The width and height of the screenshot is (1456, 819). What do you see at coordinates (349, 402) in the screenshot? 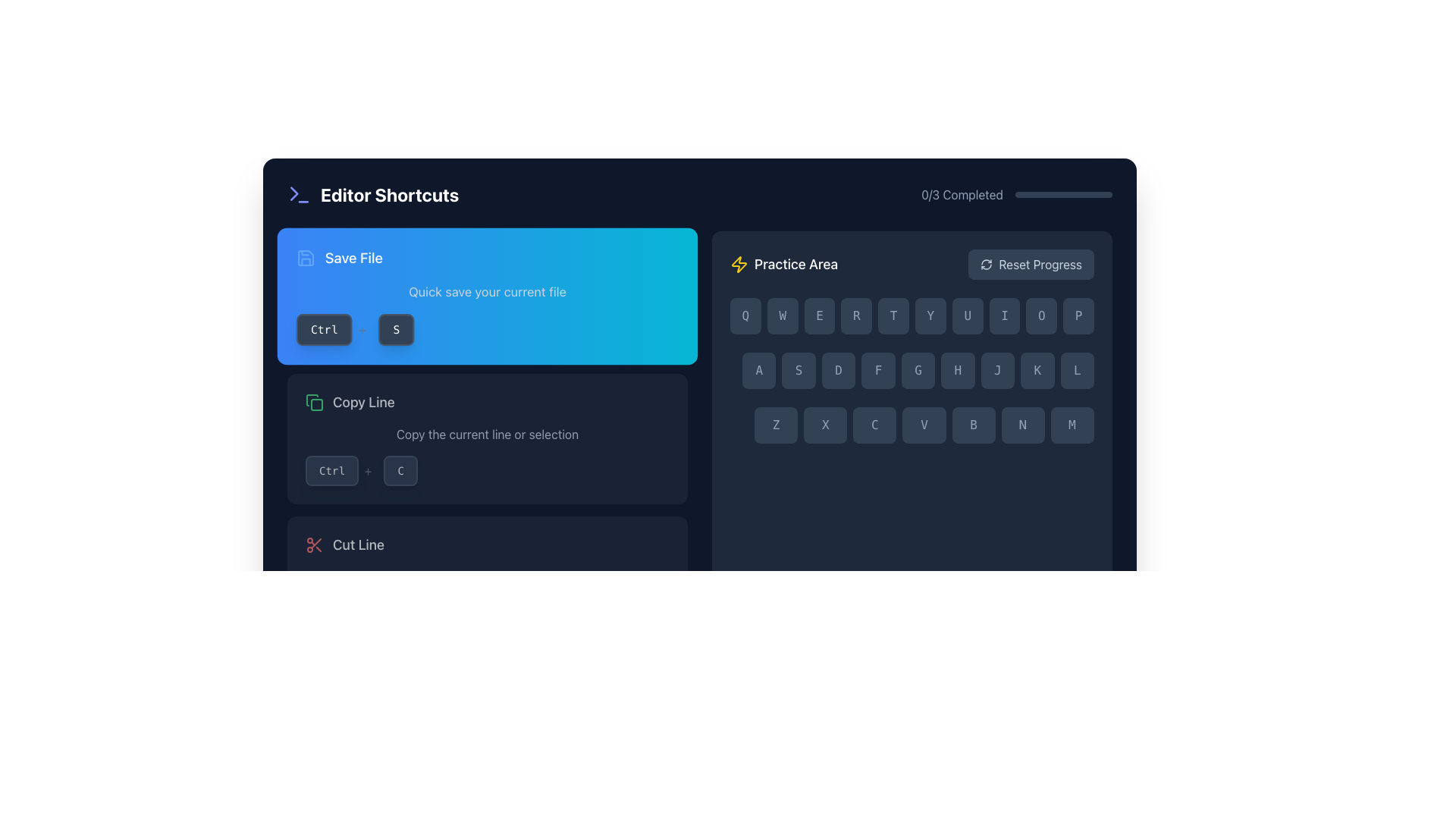
I see `the informational label paired with an icon located in the left panel of the interface, under the 'Save File' row and above the 'Cut Line' row` at bounding box center [349, 402].